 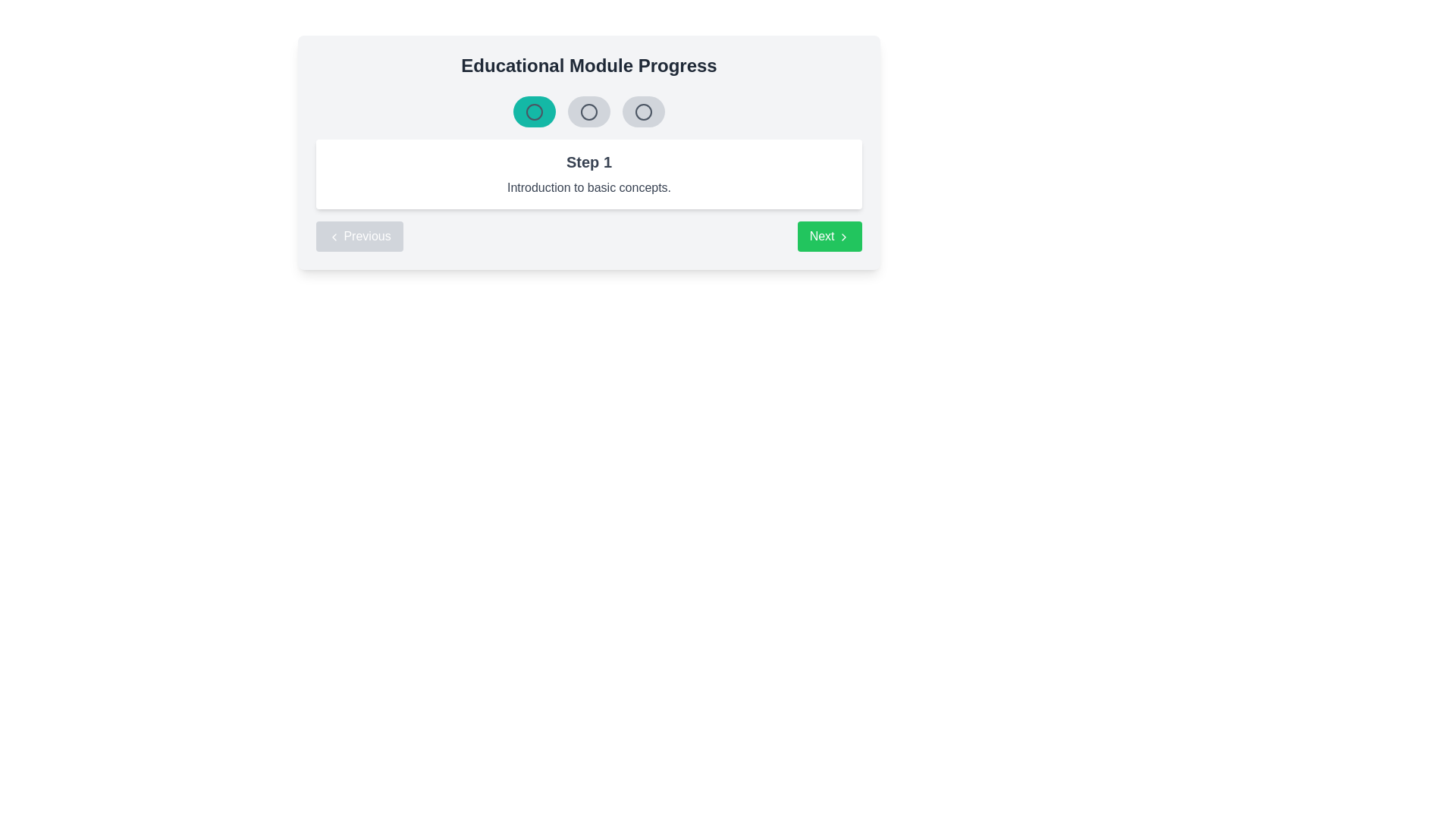 I want to click on the circular icon with a central dot and border, which is the third in a row of similar icons at the top center of the interface, so click(x=644, y=110).